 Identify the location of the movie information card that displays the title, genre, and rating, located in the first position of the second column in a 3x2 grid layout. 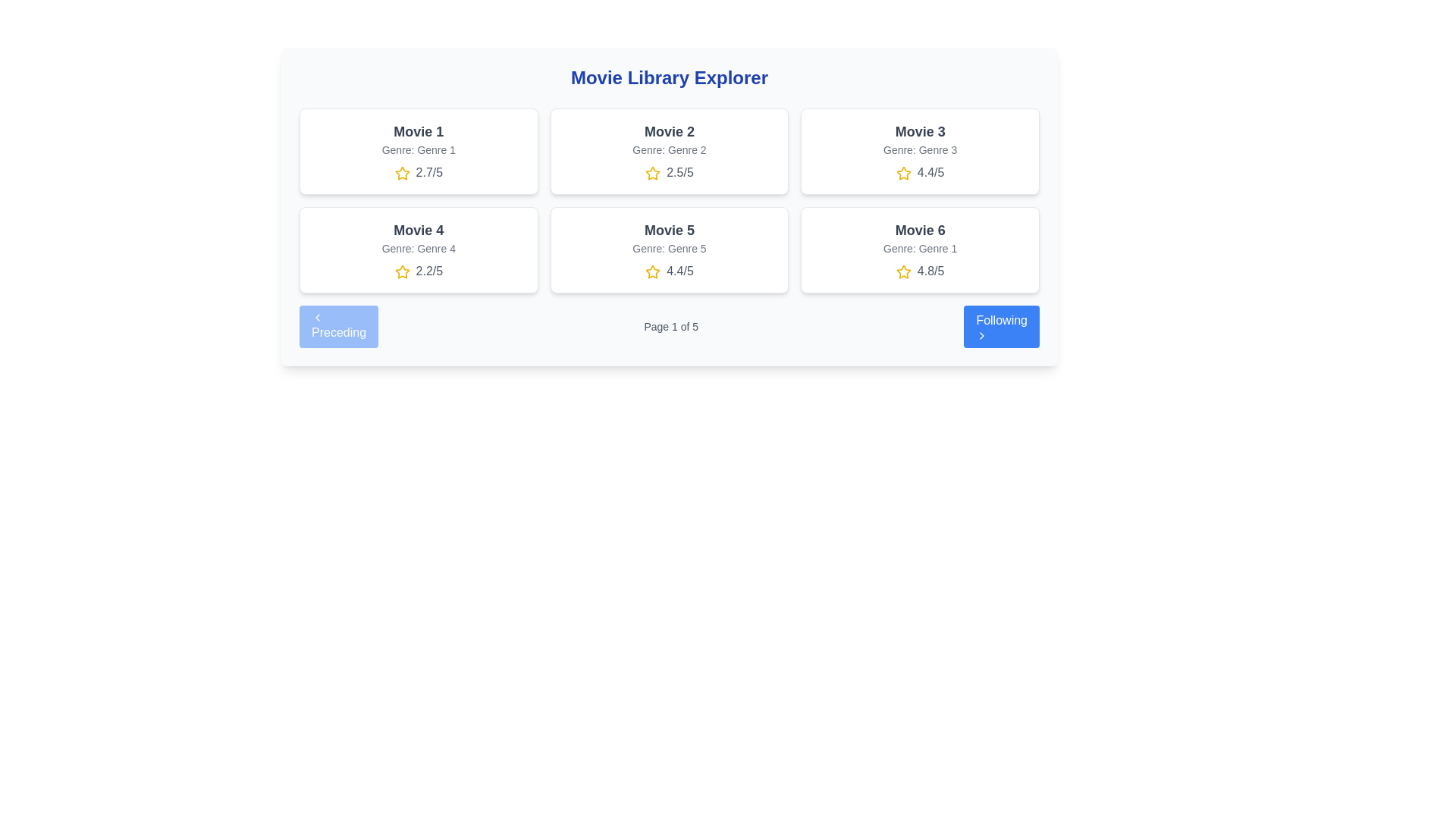
(919, 152).